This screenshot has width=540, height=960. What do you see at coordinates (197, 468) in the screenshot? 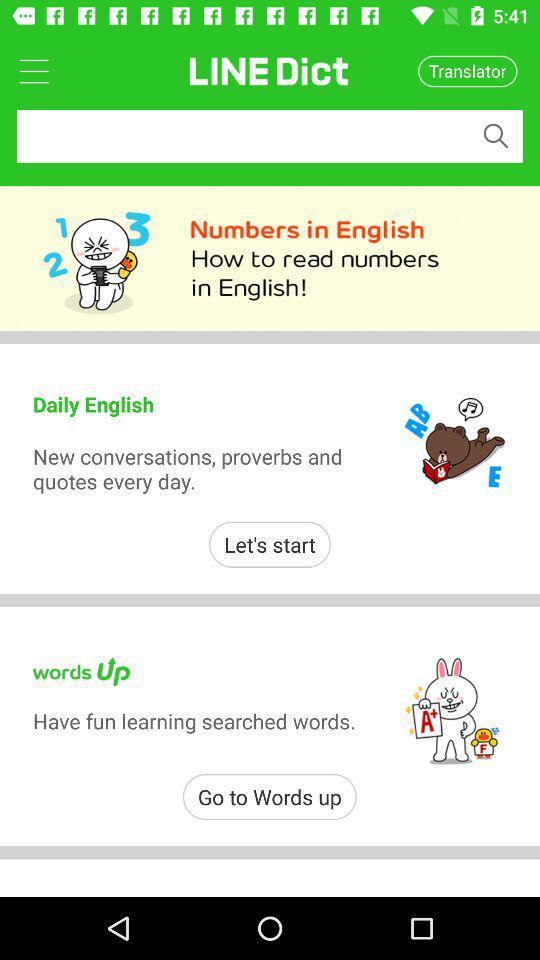
I see `item below the daily english icon` at bounding box center [197, 468].